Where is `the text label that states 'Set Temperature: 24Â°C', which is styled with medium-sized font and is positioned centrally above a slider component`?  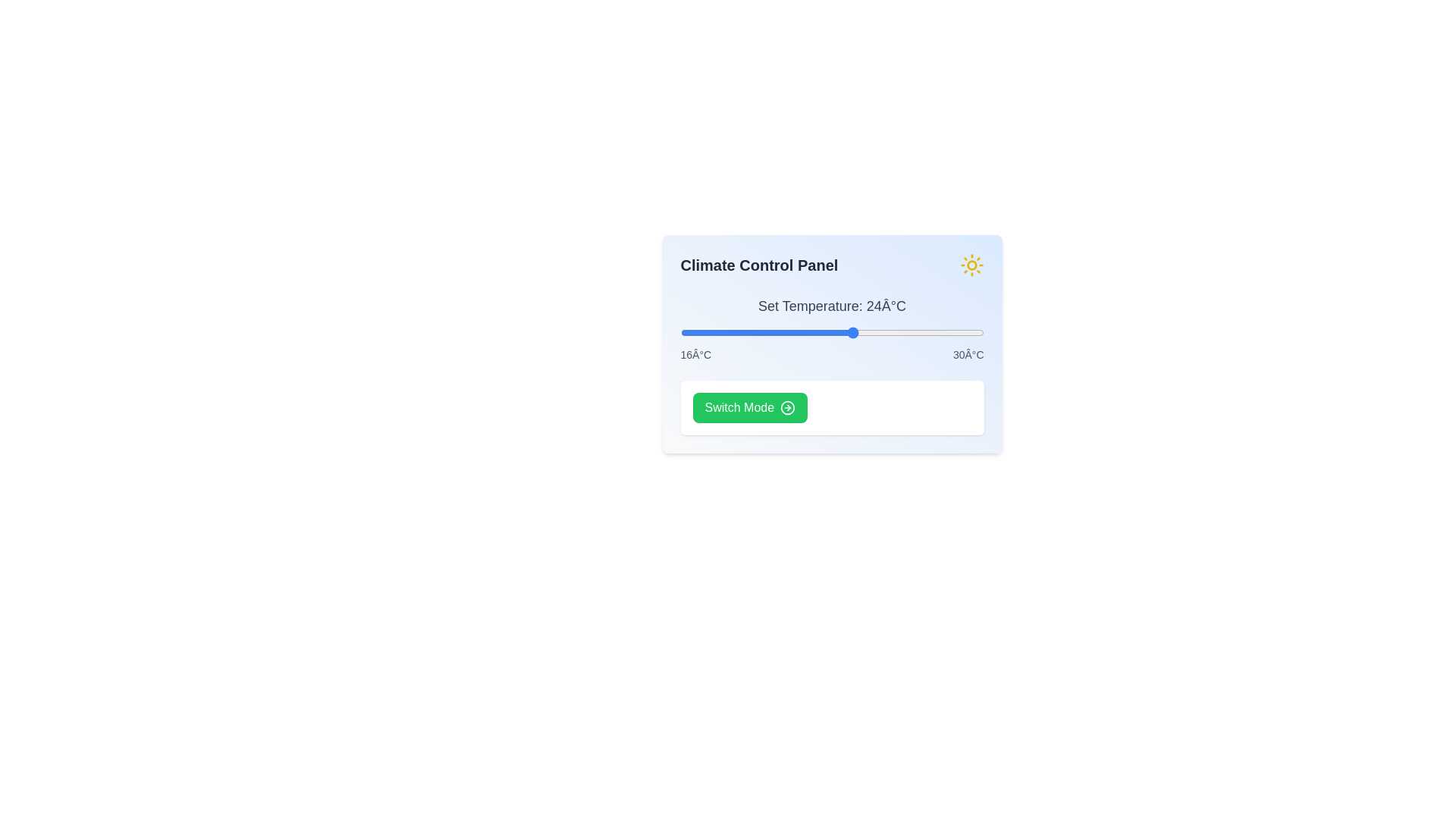 the text label that states 'Set Temperature: 24Â°C', which is styled with medium-sized font and is positioned centrally above a slider component is located at coordinates (831, 306).